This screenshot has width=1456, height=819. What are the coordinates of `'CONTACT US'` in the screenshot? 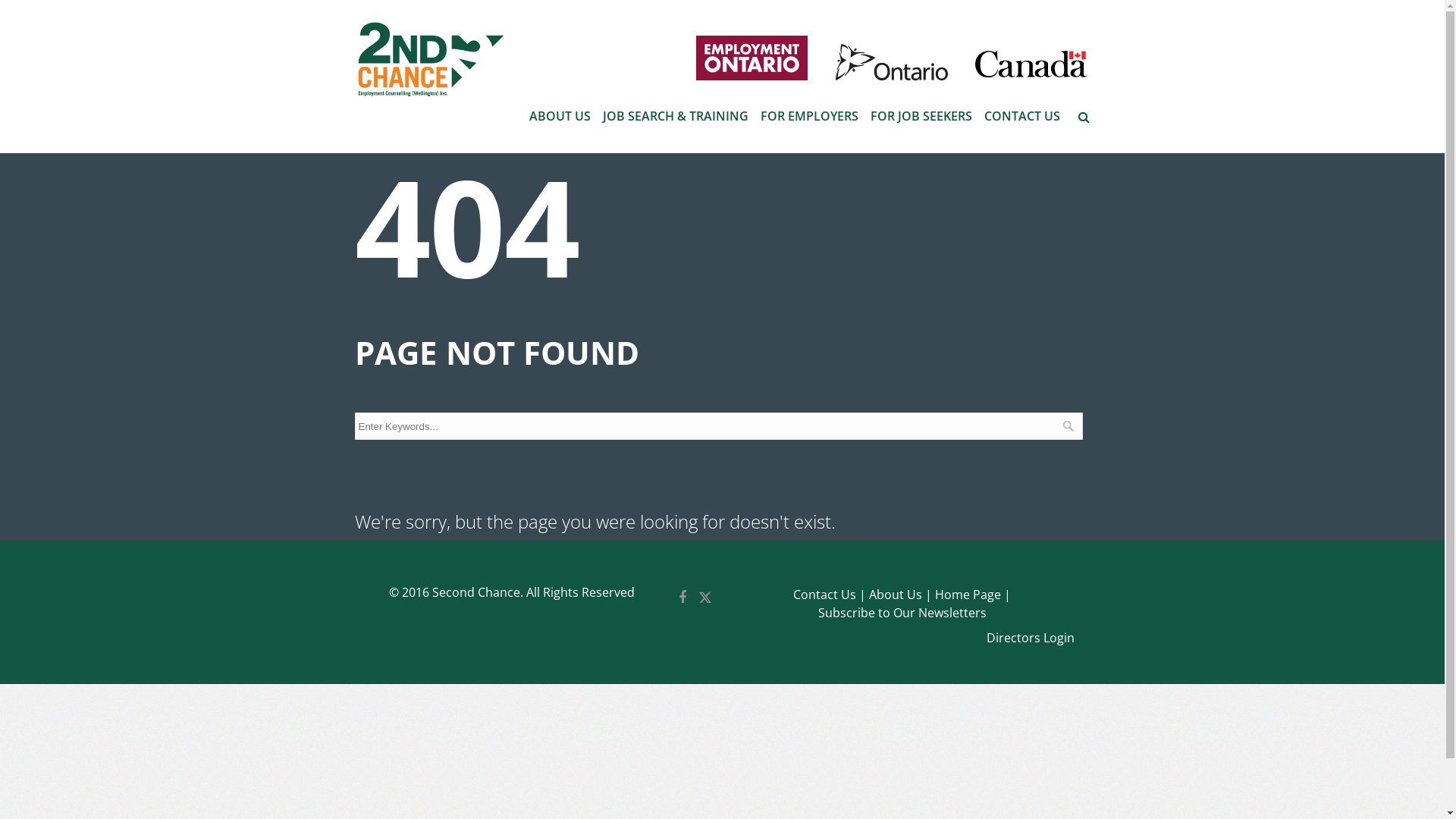 It's located at (1022, 115).